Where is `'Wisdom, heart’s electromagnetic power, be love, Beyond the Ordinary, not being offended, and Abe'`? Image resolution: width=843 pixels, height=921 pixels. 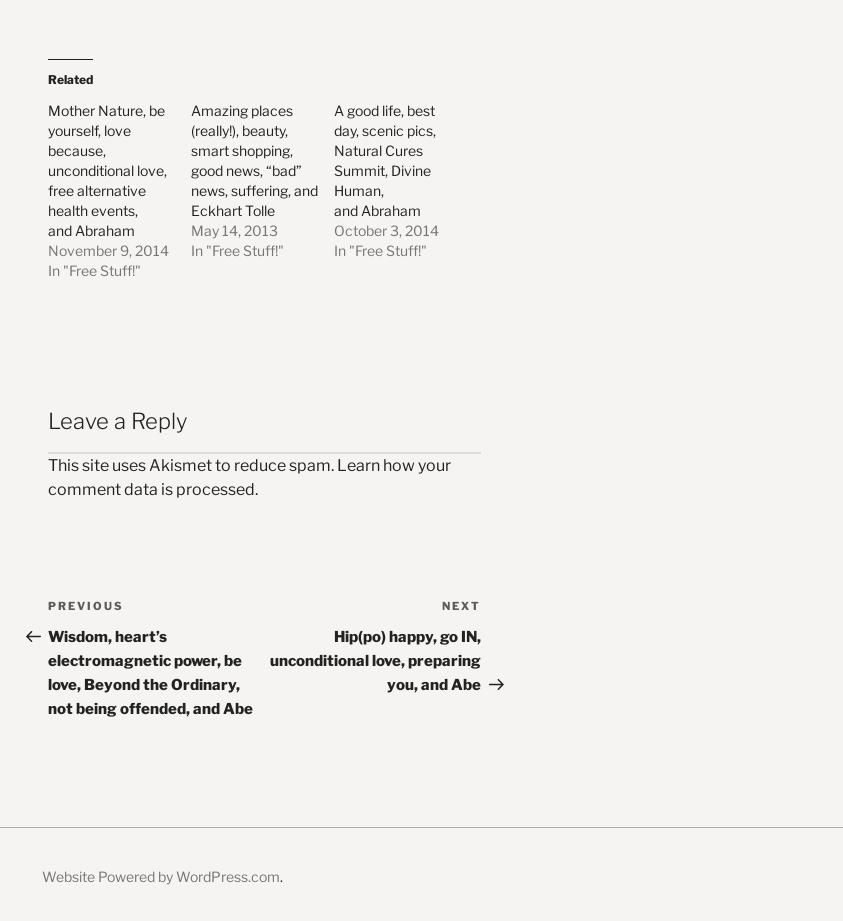 'Wisdom, heart’s electromagnetic power, be love, Beyond the Ordinary, not being offended, and Abe' is located at coordinates (150, 672).